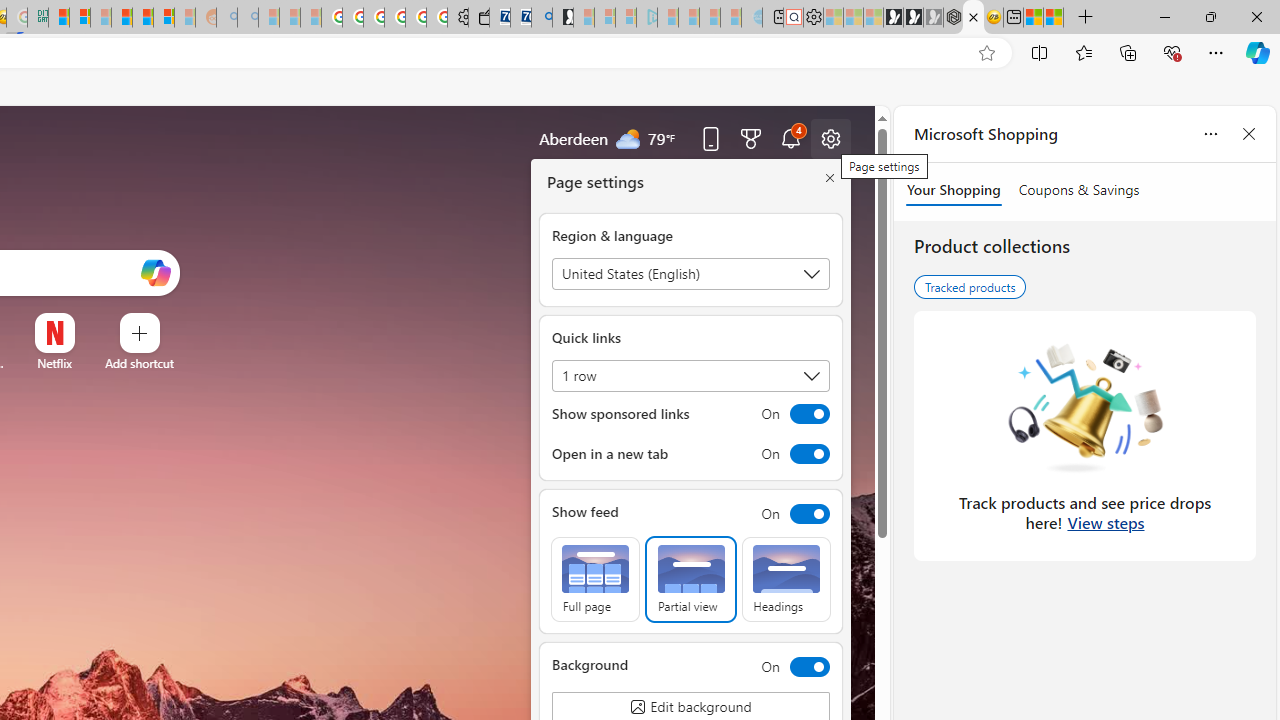  What do you see at coordinates (542, 17) in the screenshot?
I see `'Bing Real Estate - Home sales and rental listings'` at bounding box center [542, 17].